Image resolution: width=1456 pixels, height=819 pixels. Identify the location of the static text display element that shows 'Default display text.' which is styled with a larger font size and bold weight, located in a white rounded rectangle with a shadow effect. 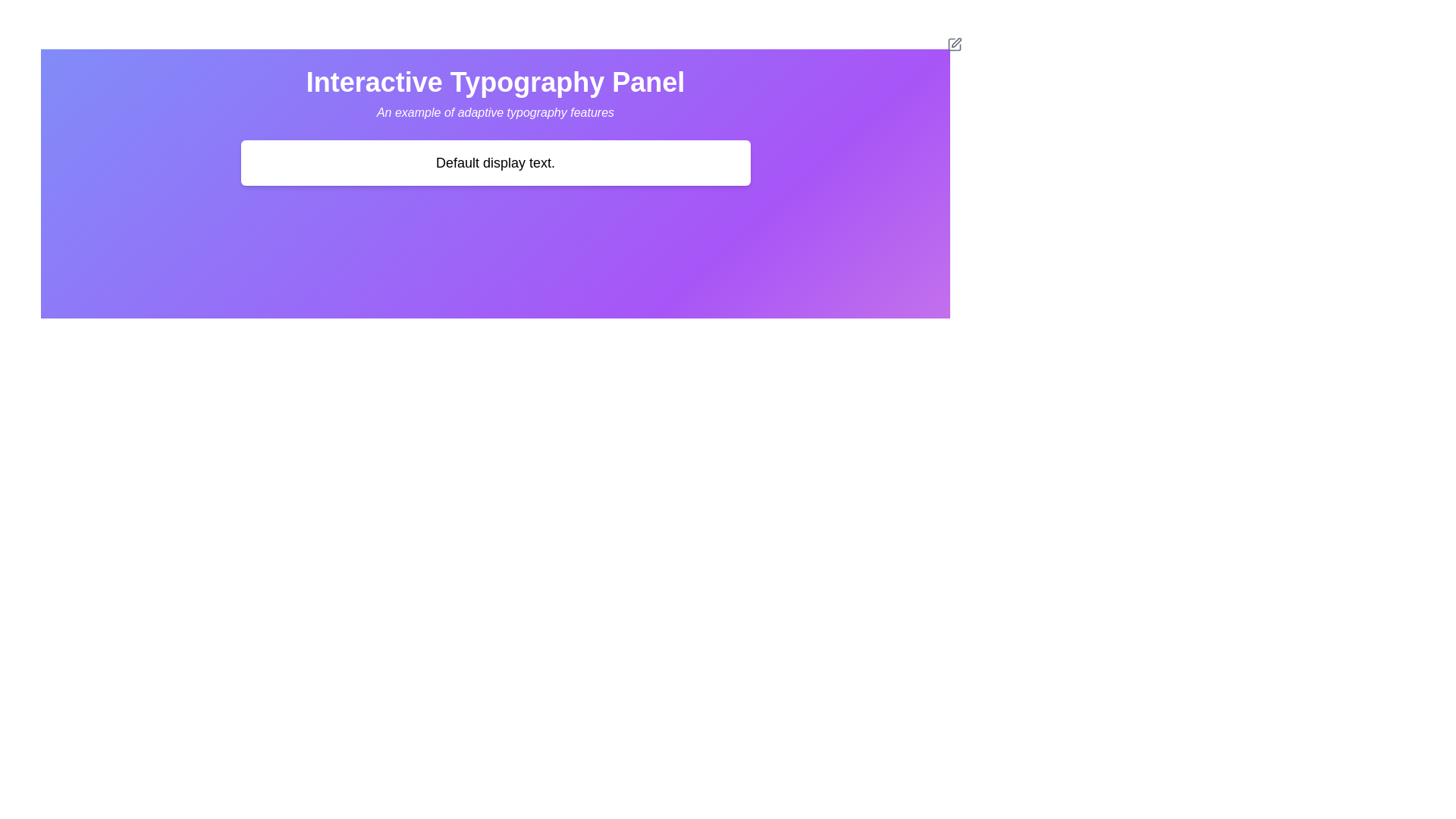
(495, 163).